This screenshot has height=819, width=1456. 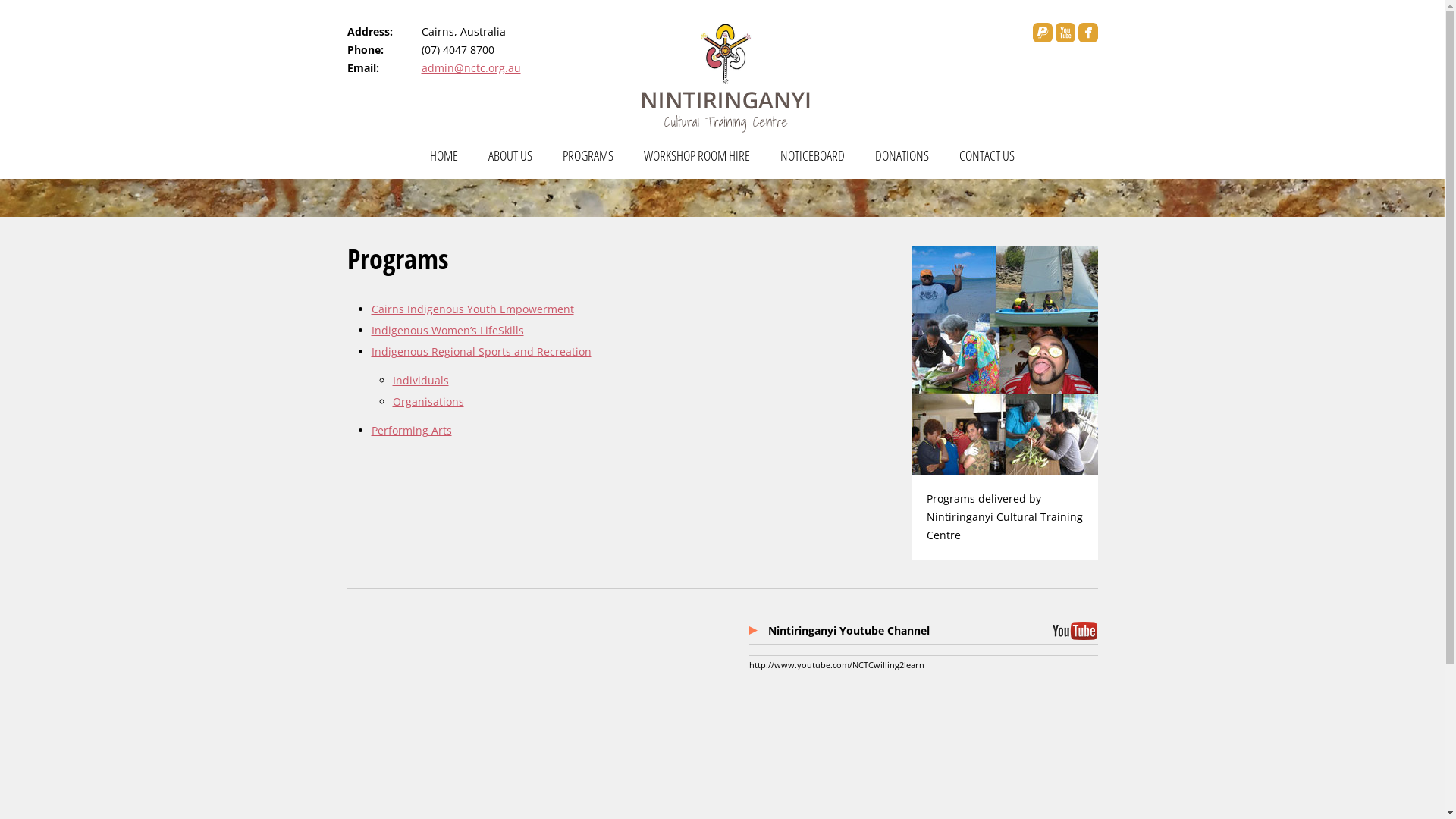 I want to click on 'ABOUT US', so click(x=510, y=161).